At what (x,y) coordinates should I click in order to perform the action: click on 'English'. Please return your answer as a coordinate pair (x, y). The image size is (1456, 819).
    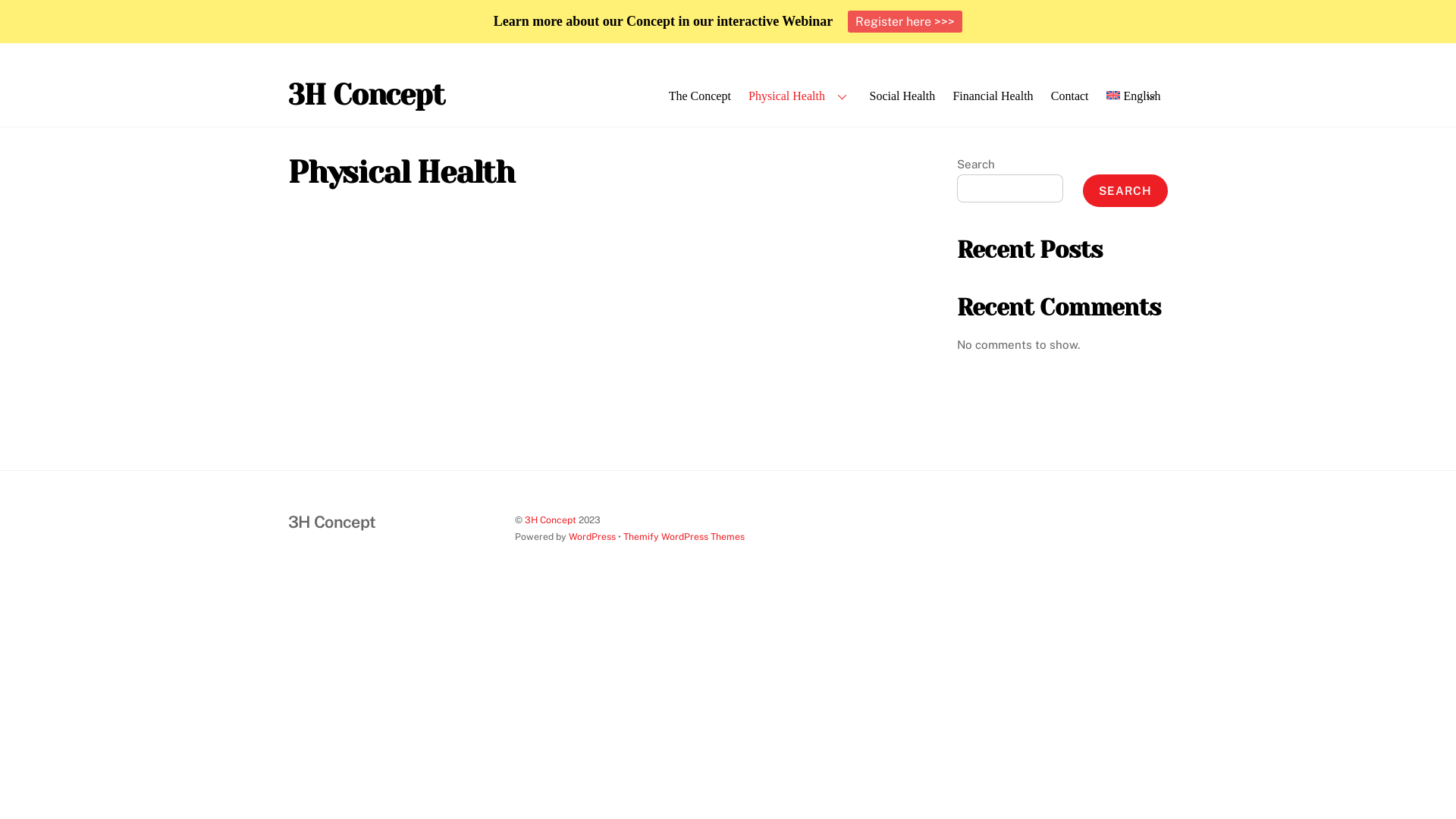
    Looking at the image, I should click on (1133, 96).